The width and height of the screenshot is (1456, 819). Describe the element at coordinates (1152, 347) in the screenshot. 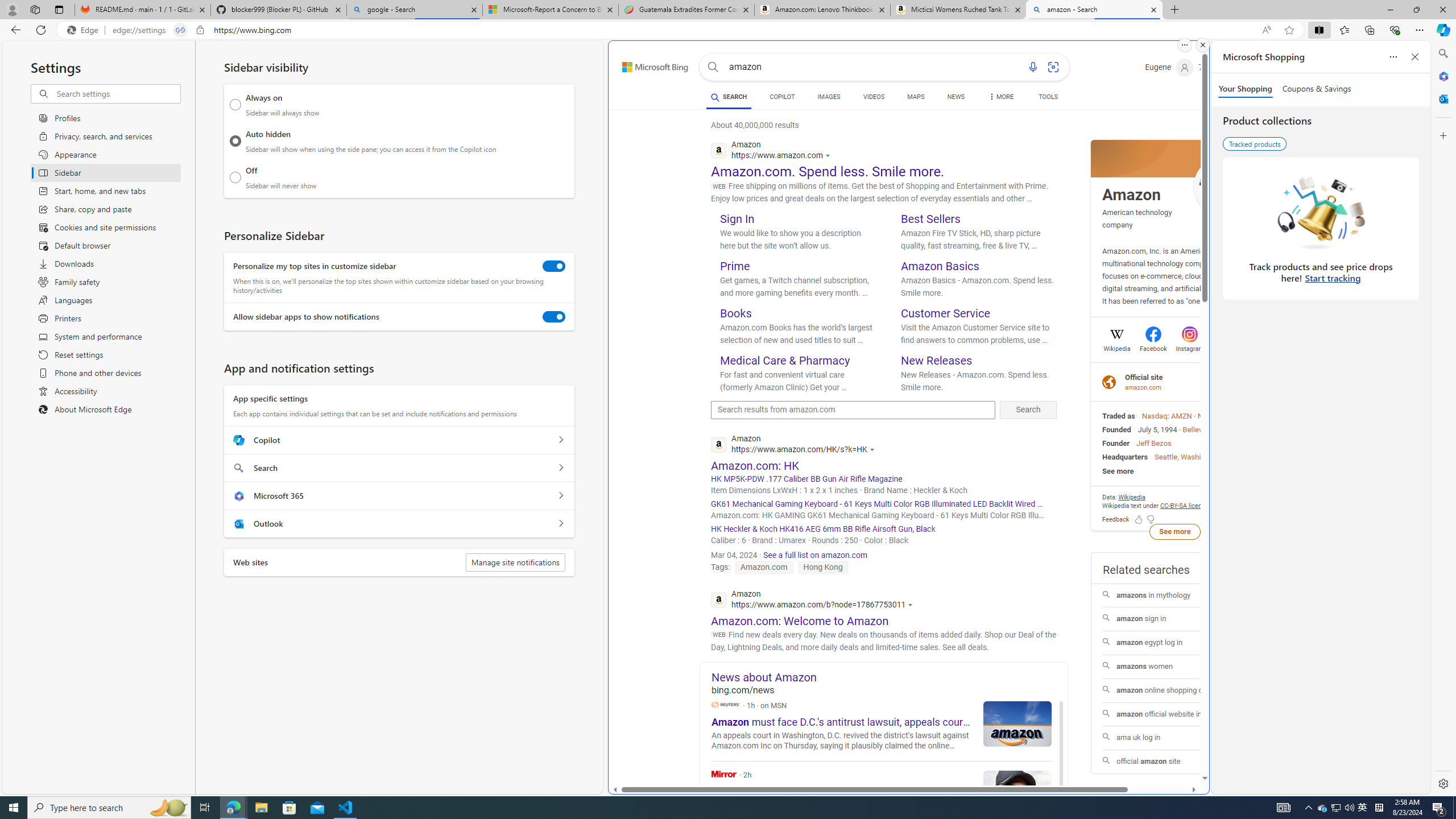

I see `'Facebook'` at that location.